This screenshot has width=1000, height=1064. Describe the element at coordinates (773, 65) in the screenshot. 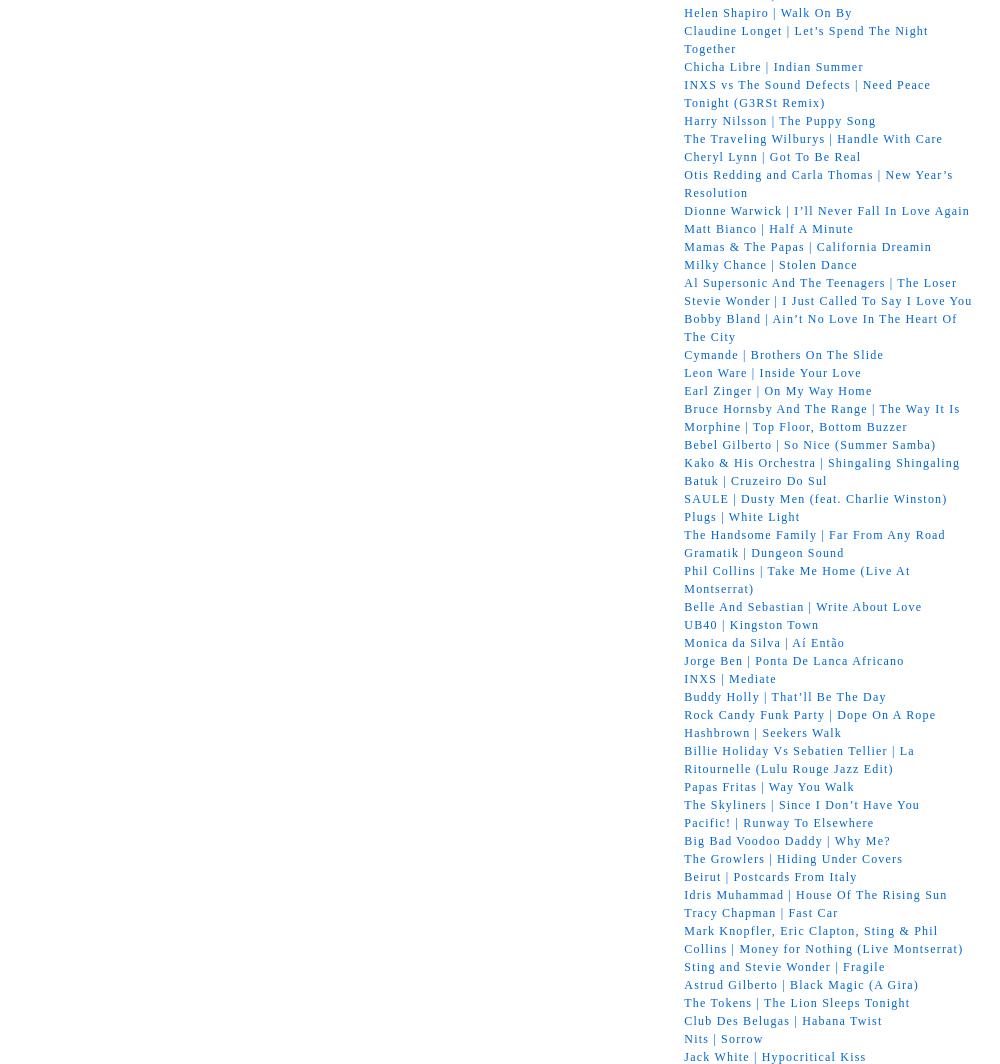

I see `'Chicha Libre | Indian Summer'` at that location.